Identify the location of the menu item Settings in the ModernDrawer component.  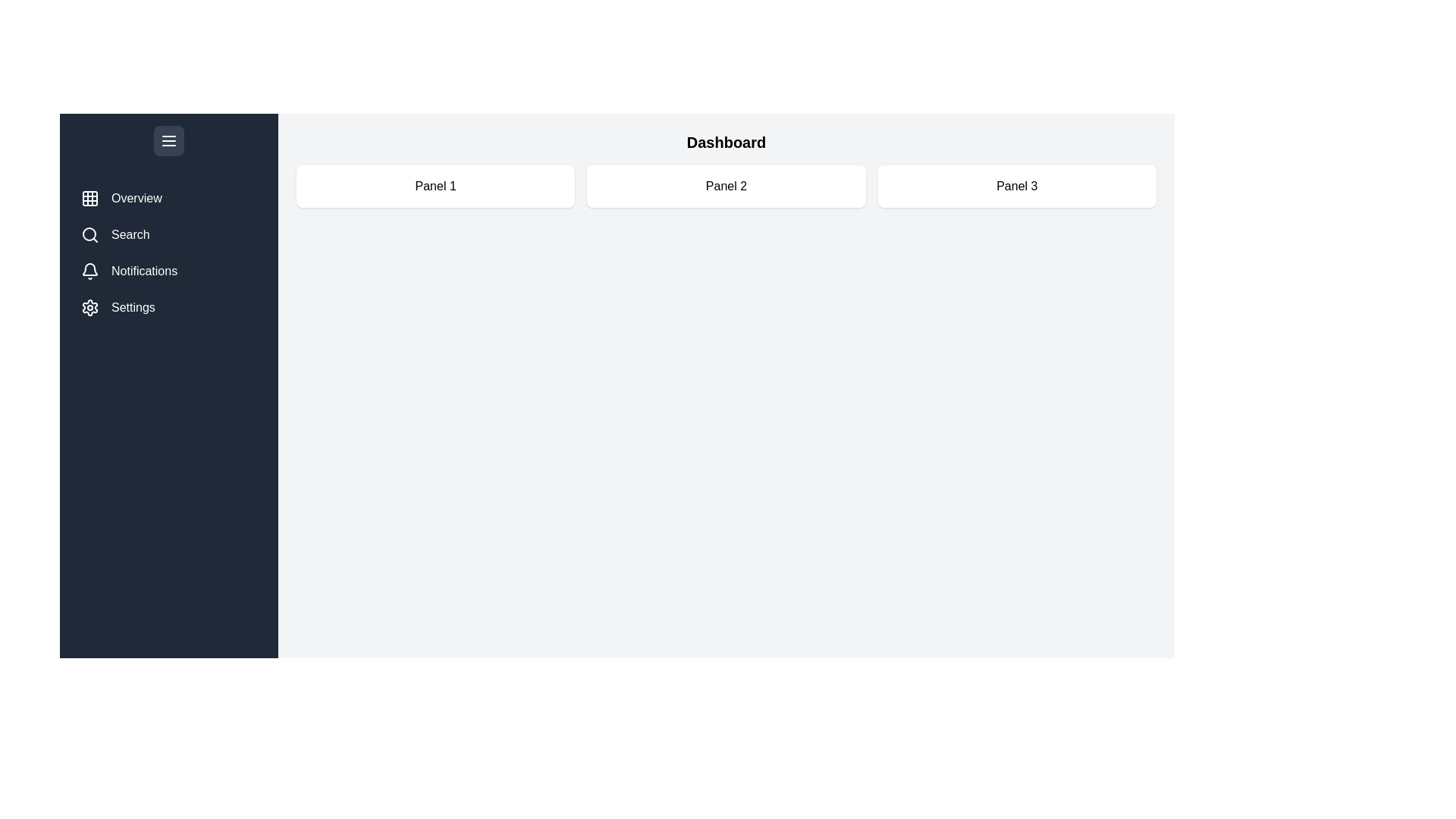
(168, 307).